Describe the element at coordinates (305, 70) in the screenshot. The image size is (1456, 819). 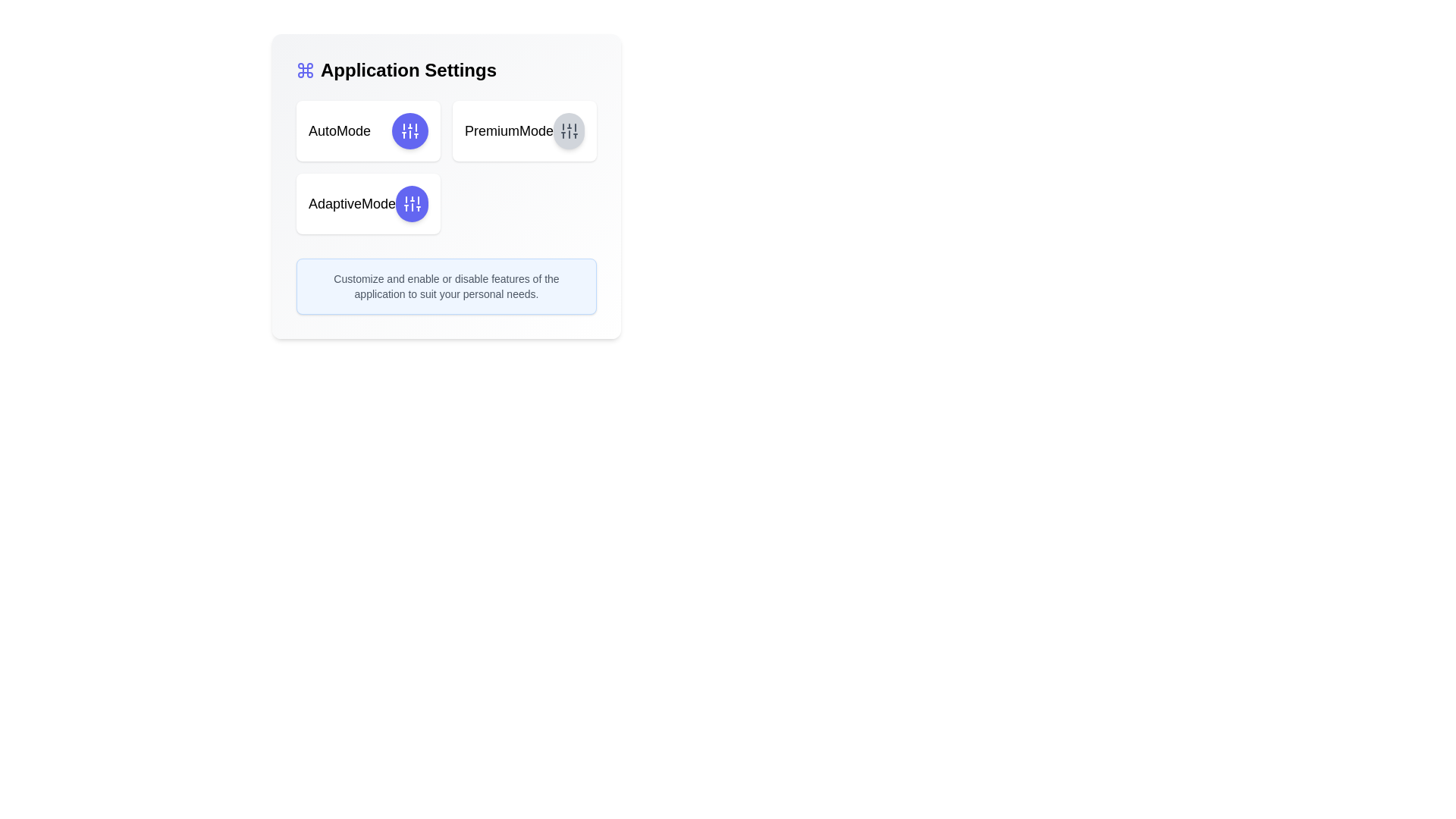
I see `the settings icon located in the top-left corner of the 'Application Settings' section, next to the title text` at that location.